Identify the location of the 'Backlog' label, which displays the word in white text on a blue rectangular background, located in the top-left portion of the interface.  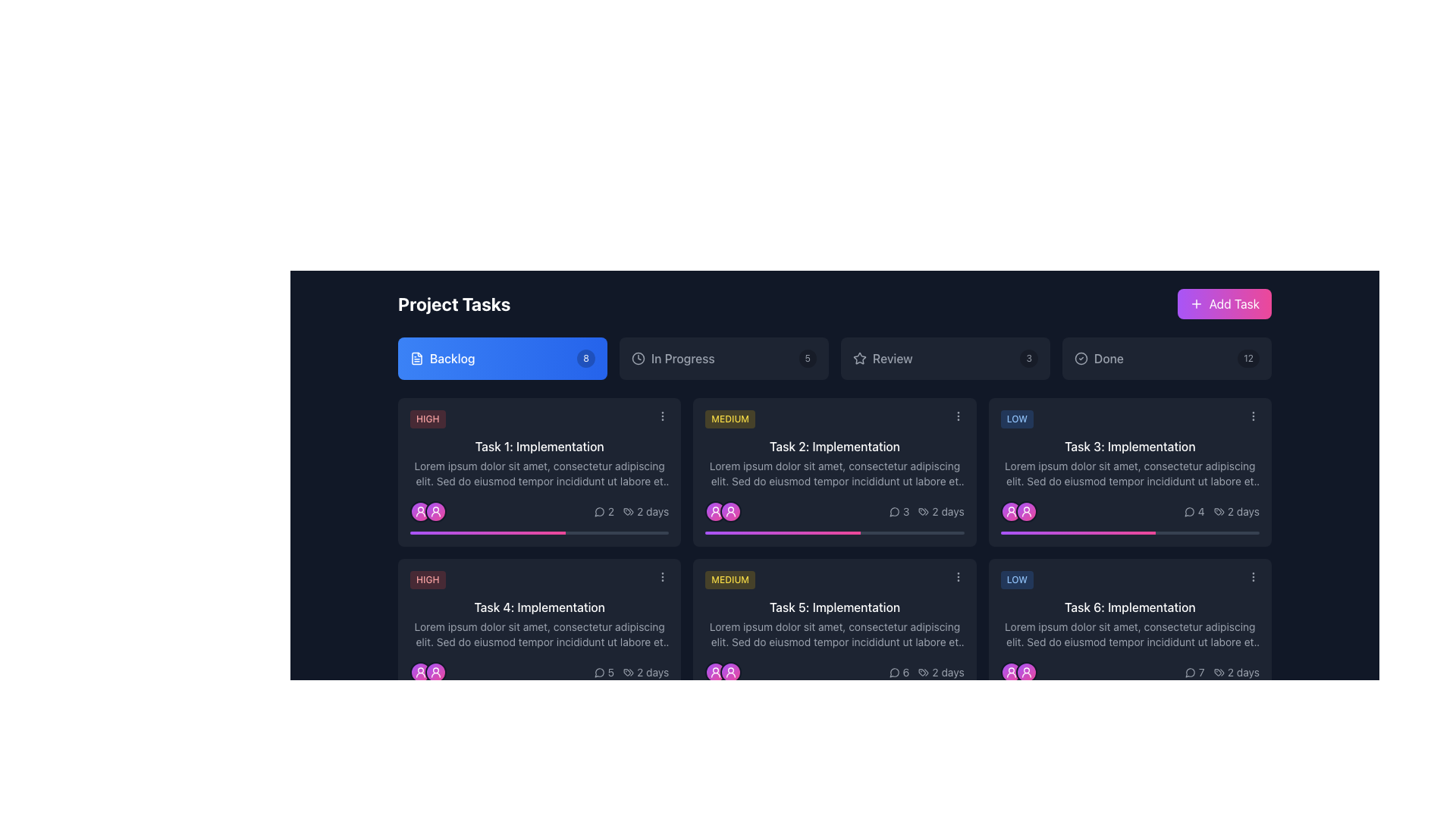
(451, 359).